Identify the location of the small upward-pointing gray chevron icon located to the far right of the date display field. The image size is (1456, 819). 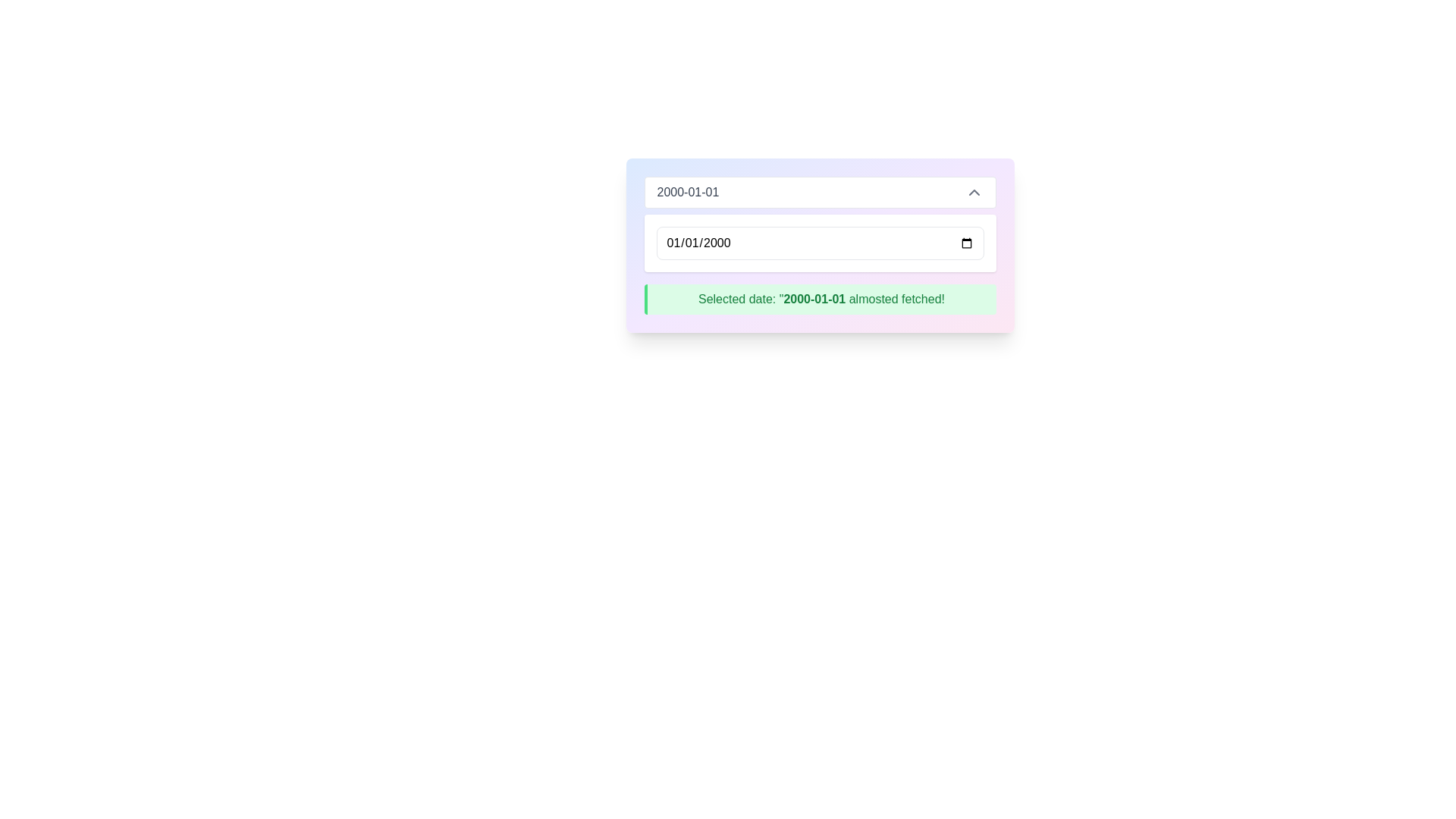
(974, 192).